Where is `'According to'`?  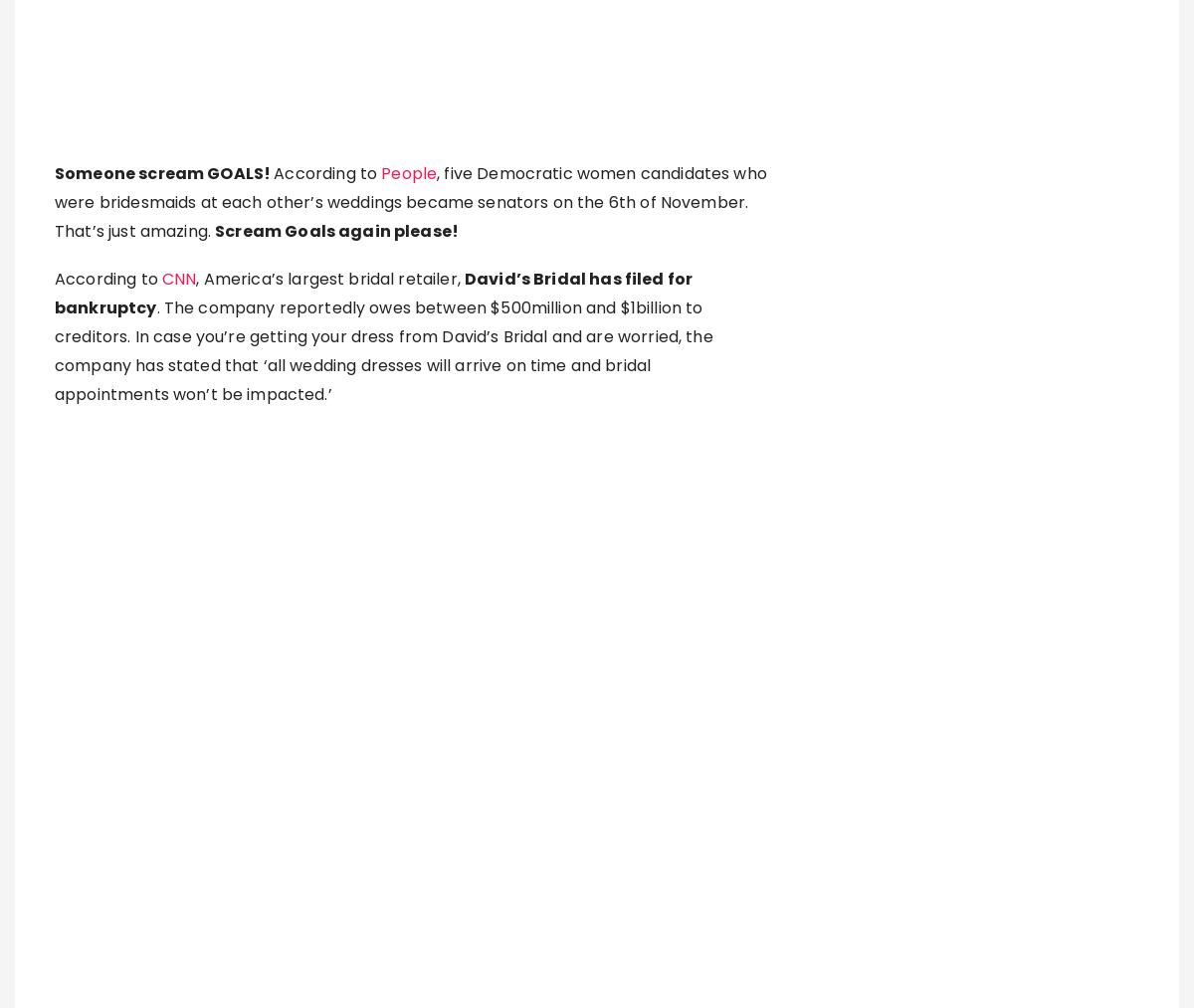 'According to' is located at coordinates (54, 805).